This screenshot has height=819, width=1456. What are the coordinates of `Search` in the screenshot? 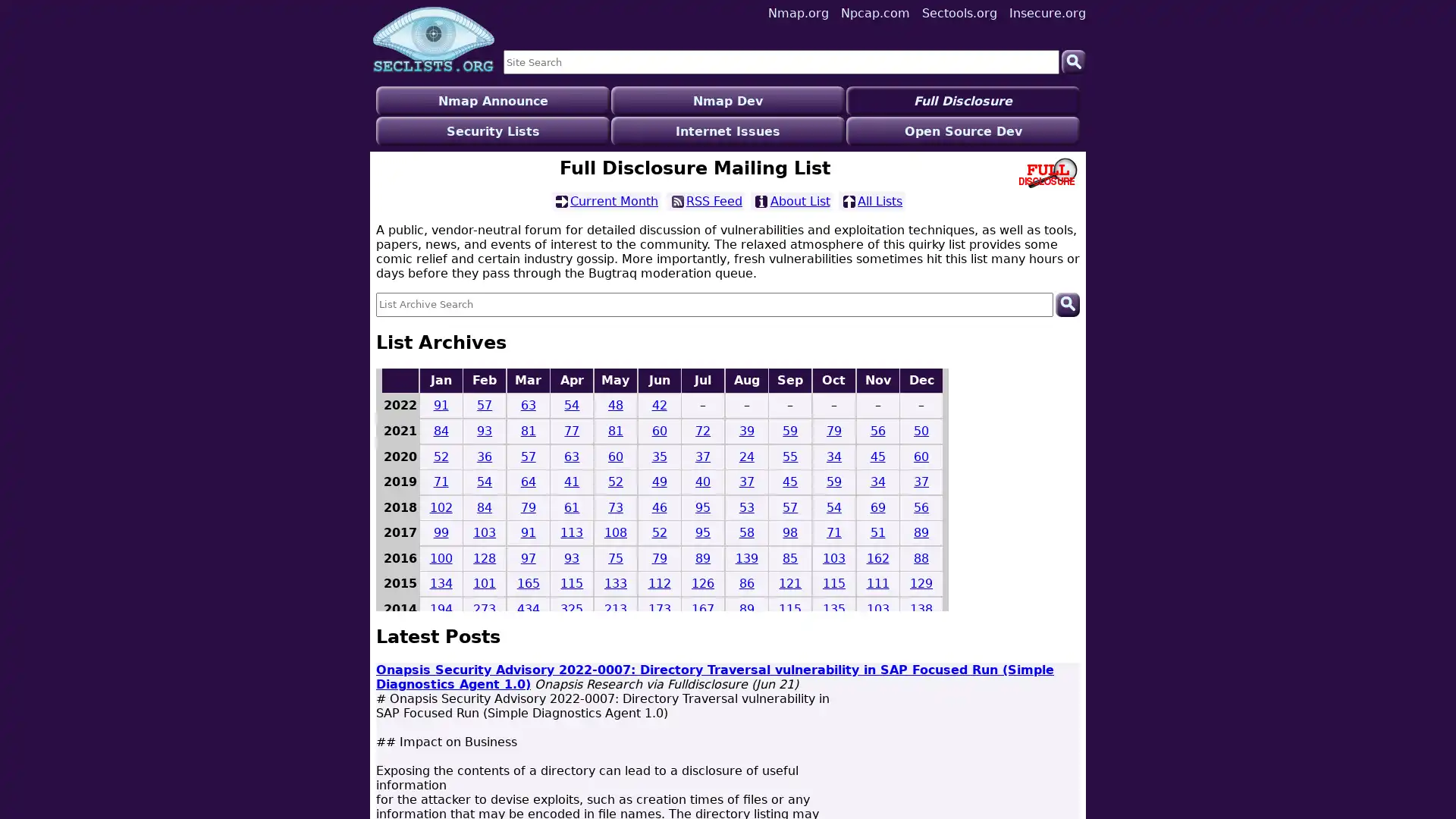 It's located at (1073, 61).